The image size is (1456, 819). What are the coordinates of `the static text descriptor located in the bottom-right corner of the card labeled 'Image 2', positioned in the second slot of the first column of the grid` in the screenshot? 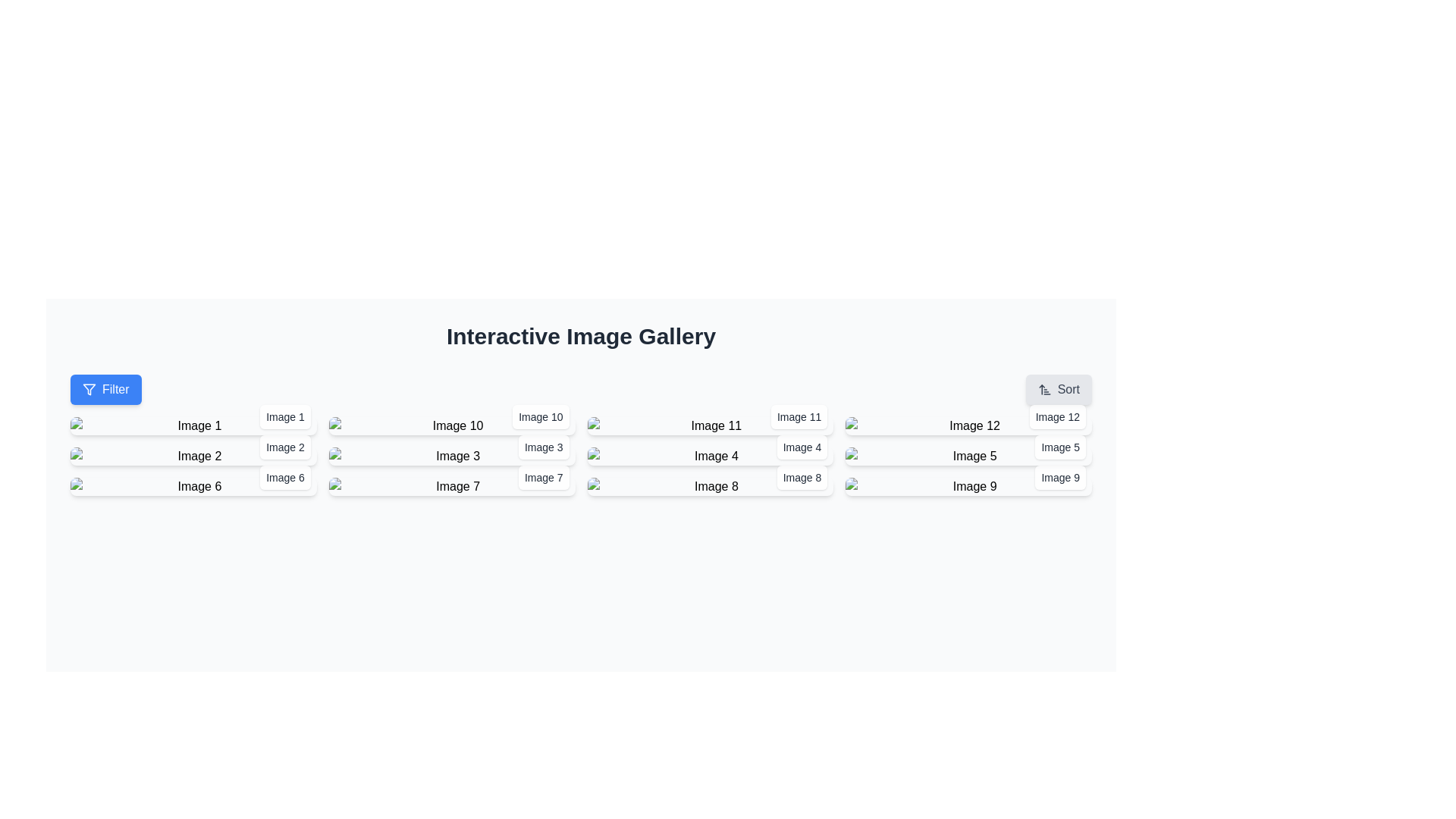 It's located at (285, 447).